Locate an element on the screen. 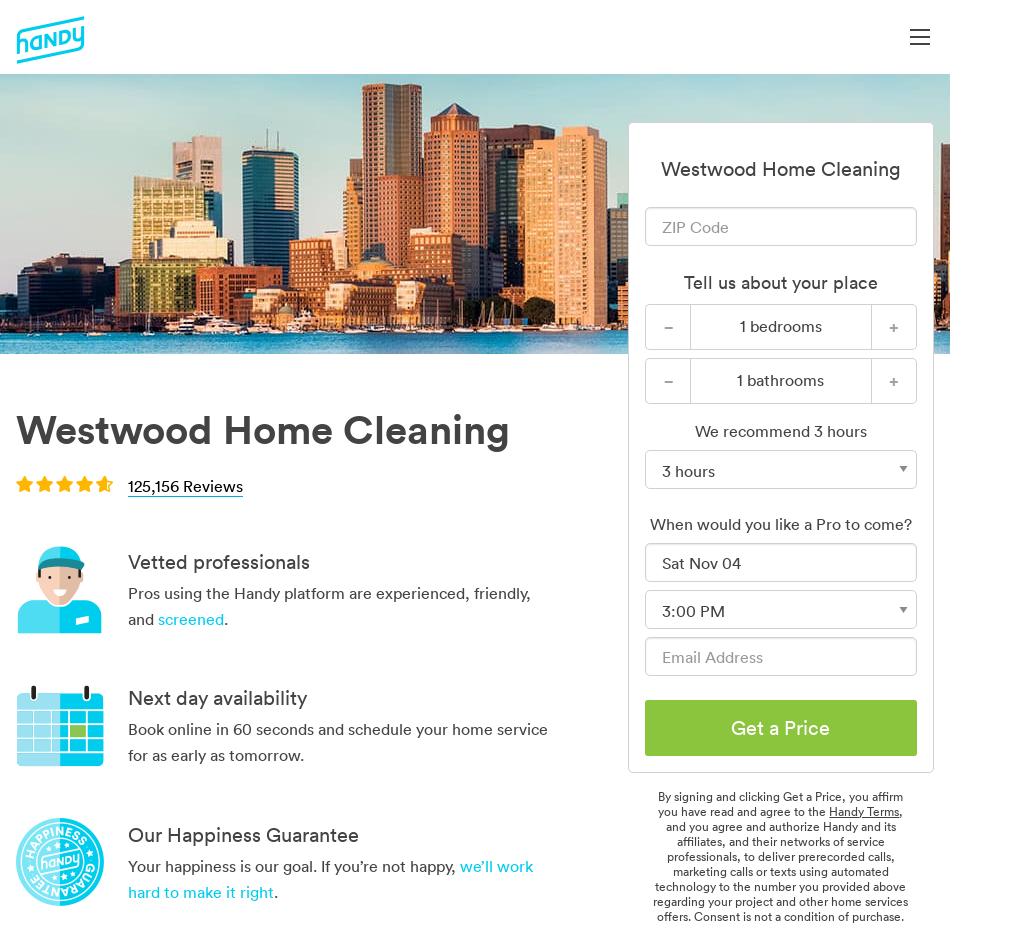 This screenshot has width=1024, height=936. 'we’ll work hard to make it right' is located at coordinates (128, 877).